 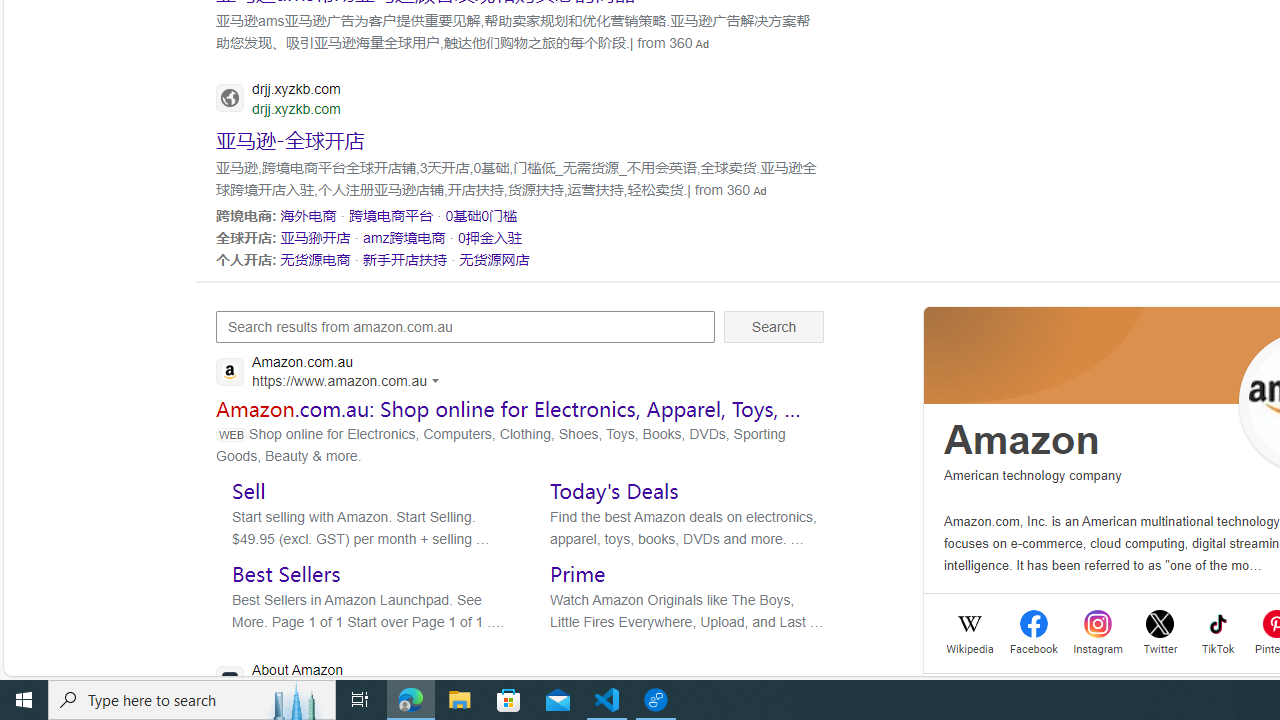 I want to click on 'Sell', so click(x=247, y=490).